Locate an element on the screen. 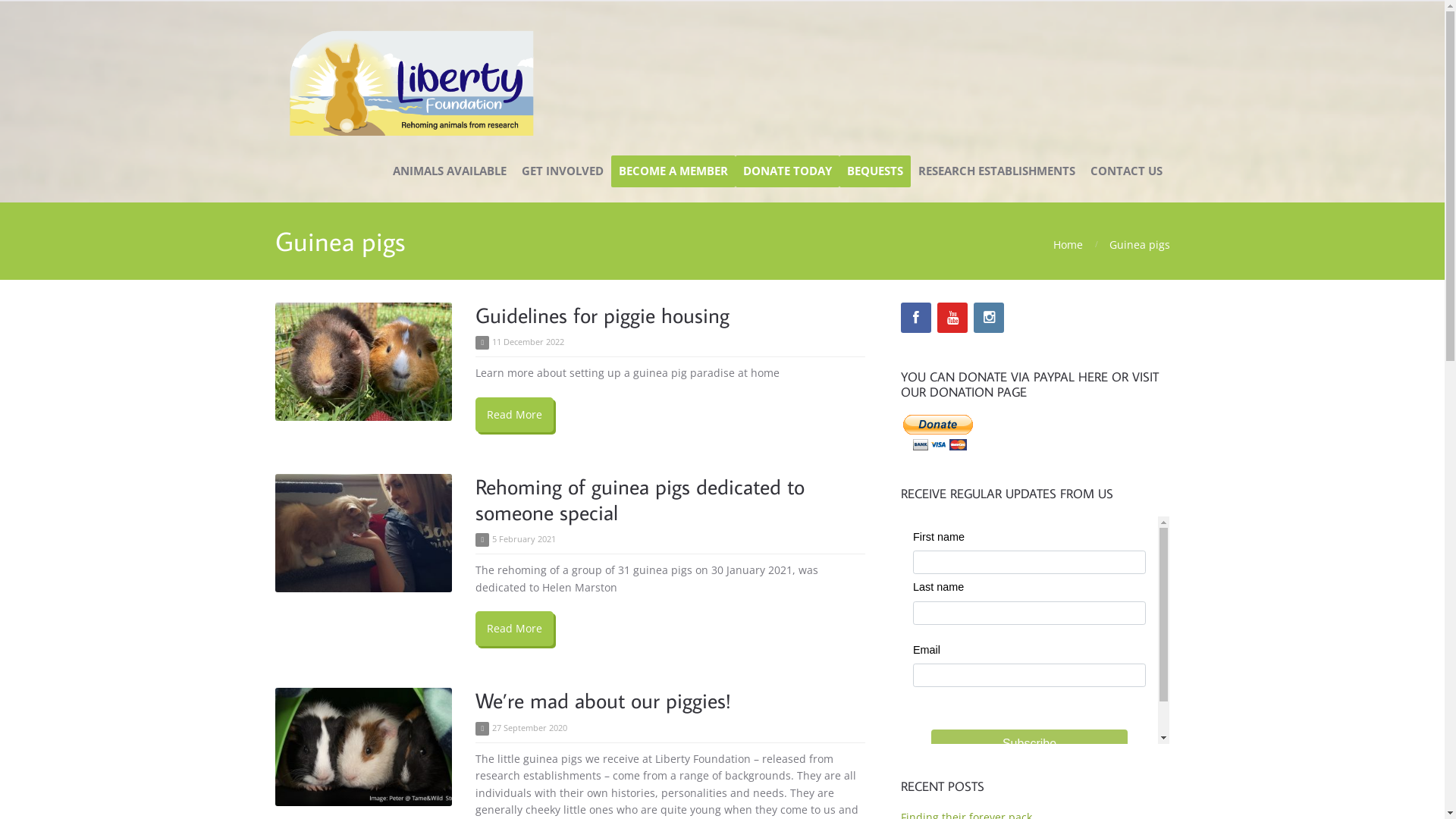 The width and height of the screenshot is (1456, 819). 'Instagram' is located at coordinates (989, 317).